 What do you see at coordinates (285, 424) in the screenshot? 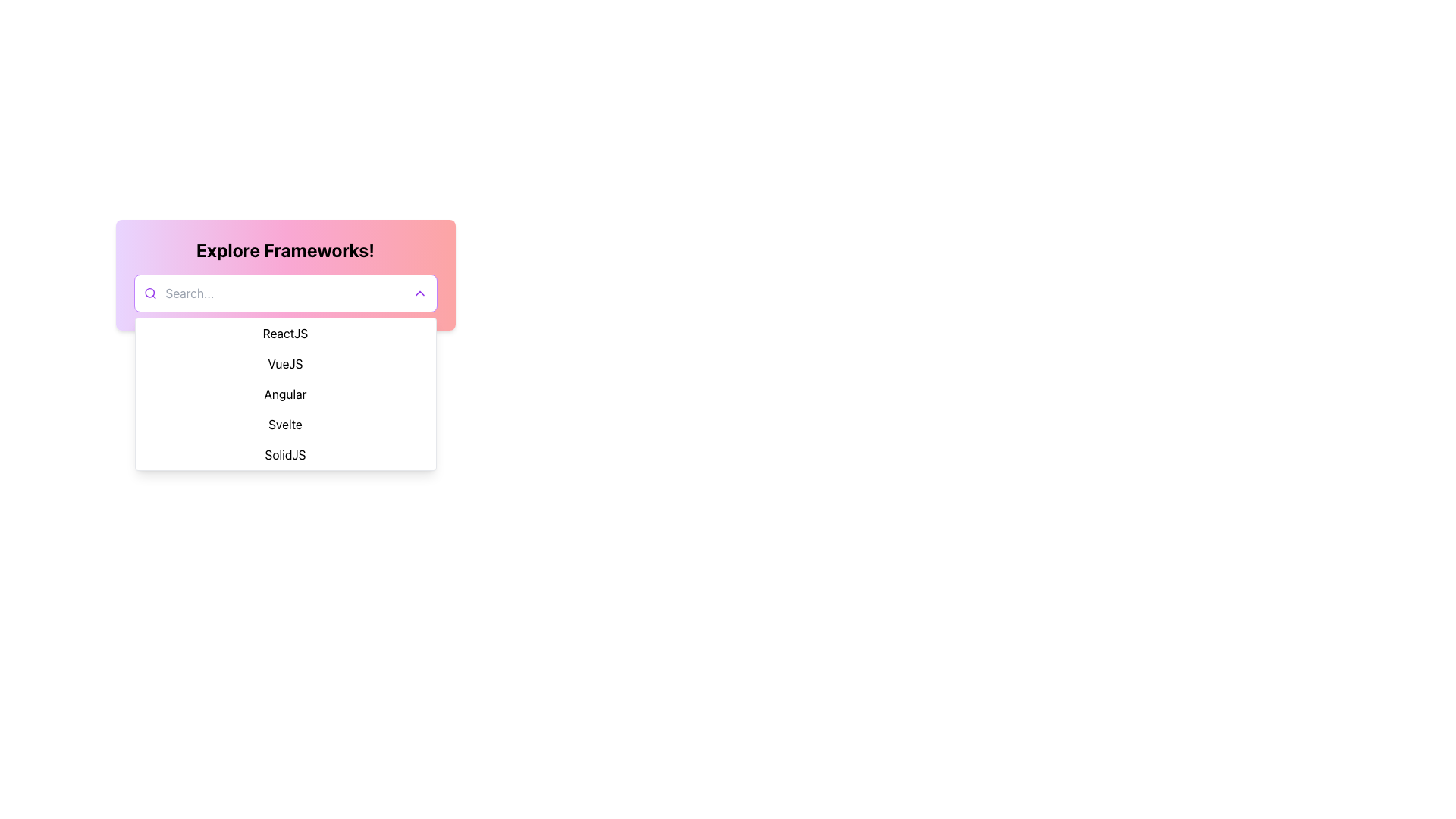
I see `the selectable list item containing the text 'Svelte' in the dropdown list` at bounding box center [285, 424].